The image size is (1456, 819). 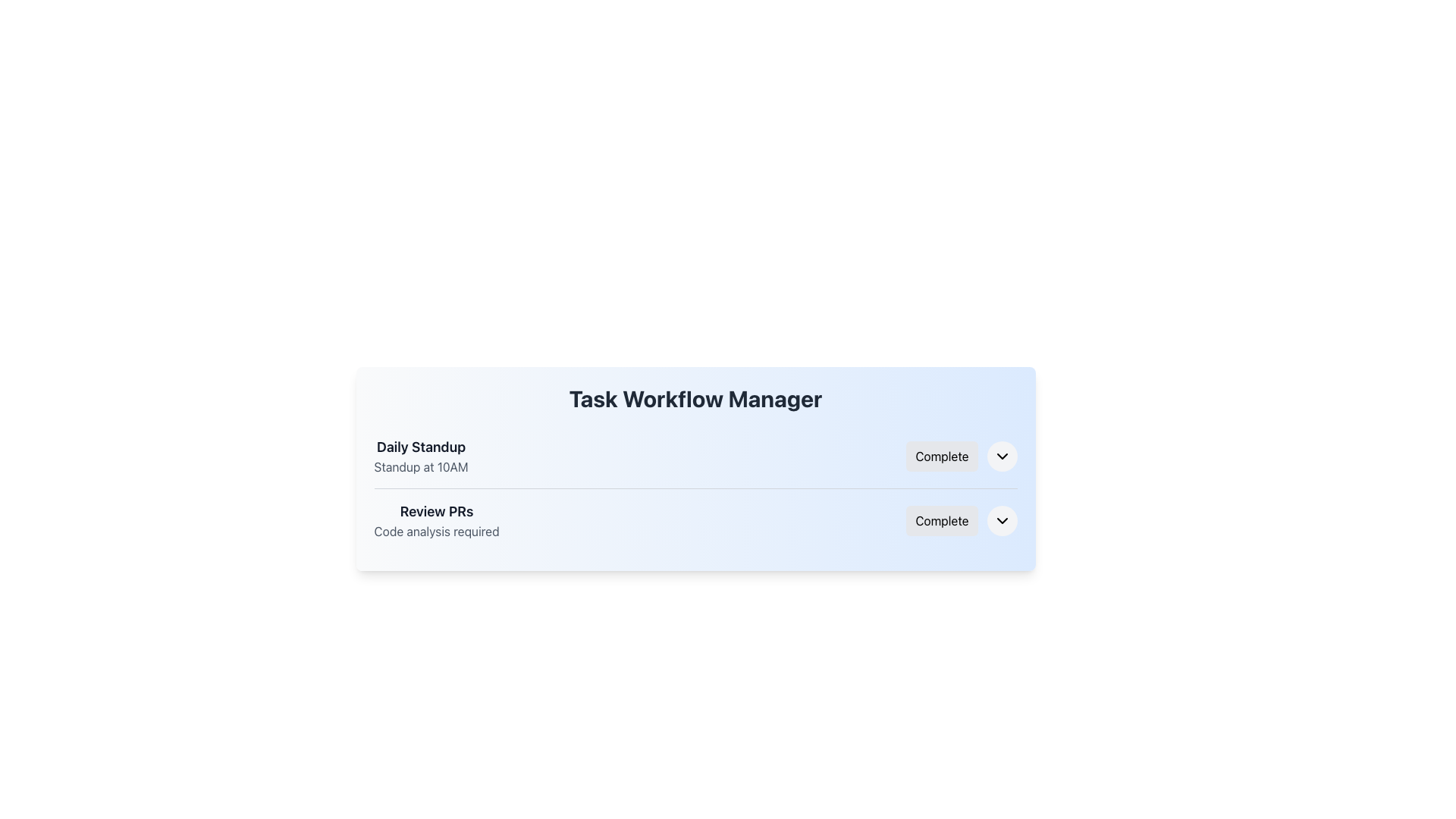 I want to click on the multi-line text display element that includes 'Review PRs' in dark gray and 'Code analysis required' in lighter gray, positioned above the 'Complete' button in the Task Workflow Manager section, so click(x=436, y=519).